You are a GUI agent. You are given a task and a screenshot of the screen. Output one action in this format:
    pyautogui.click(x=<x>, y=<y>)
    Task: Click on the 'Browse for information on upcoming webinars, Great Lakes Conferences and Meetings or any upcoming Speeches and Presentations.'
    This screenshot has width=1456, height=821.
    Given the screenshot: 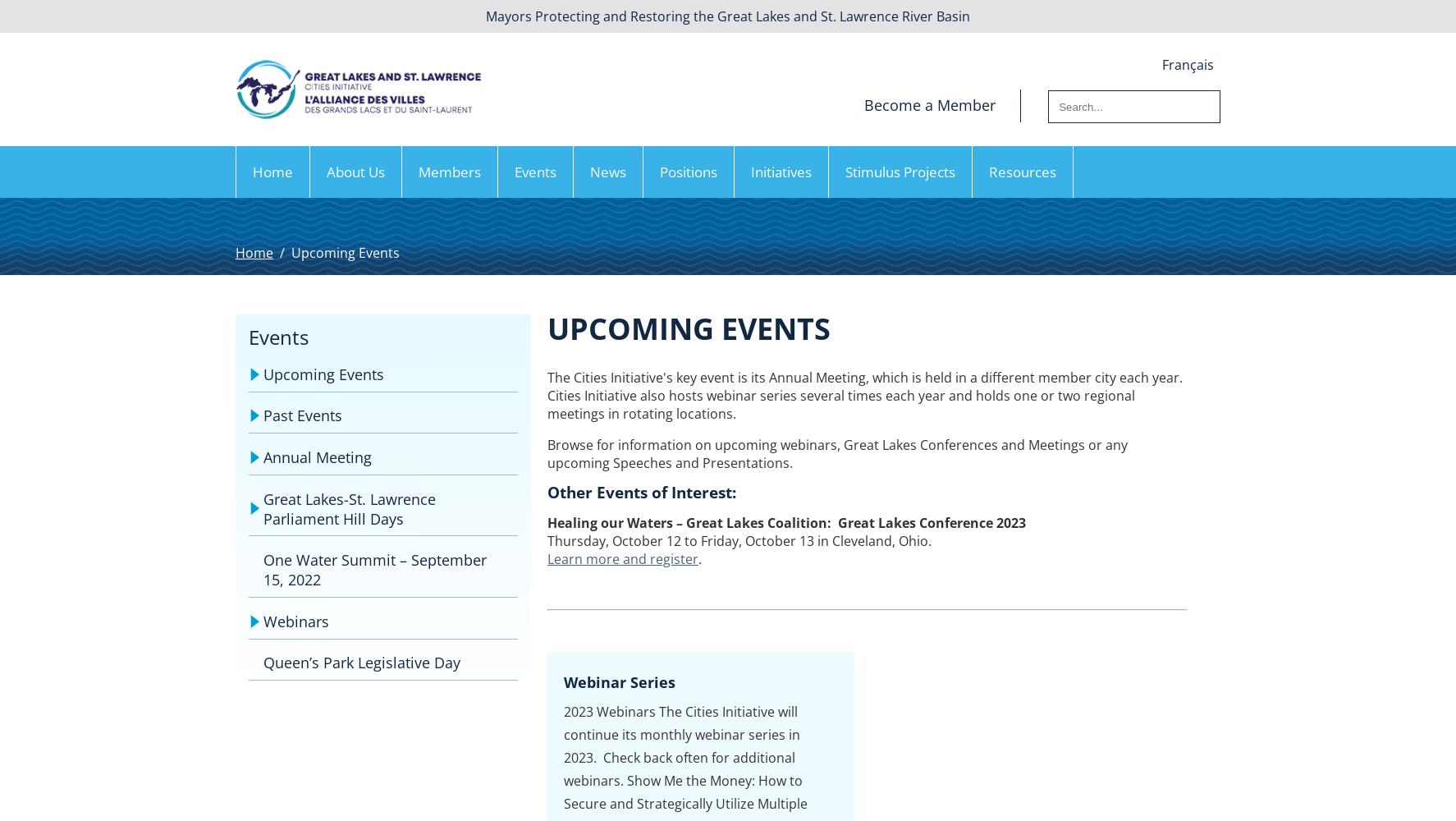 What is the action you would take?
    pyautogui.click(x=837, y=454)
    